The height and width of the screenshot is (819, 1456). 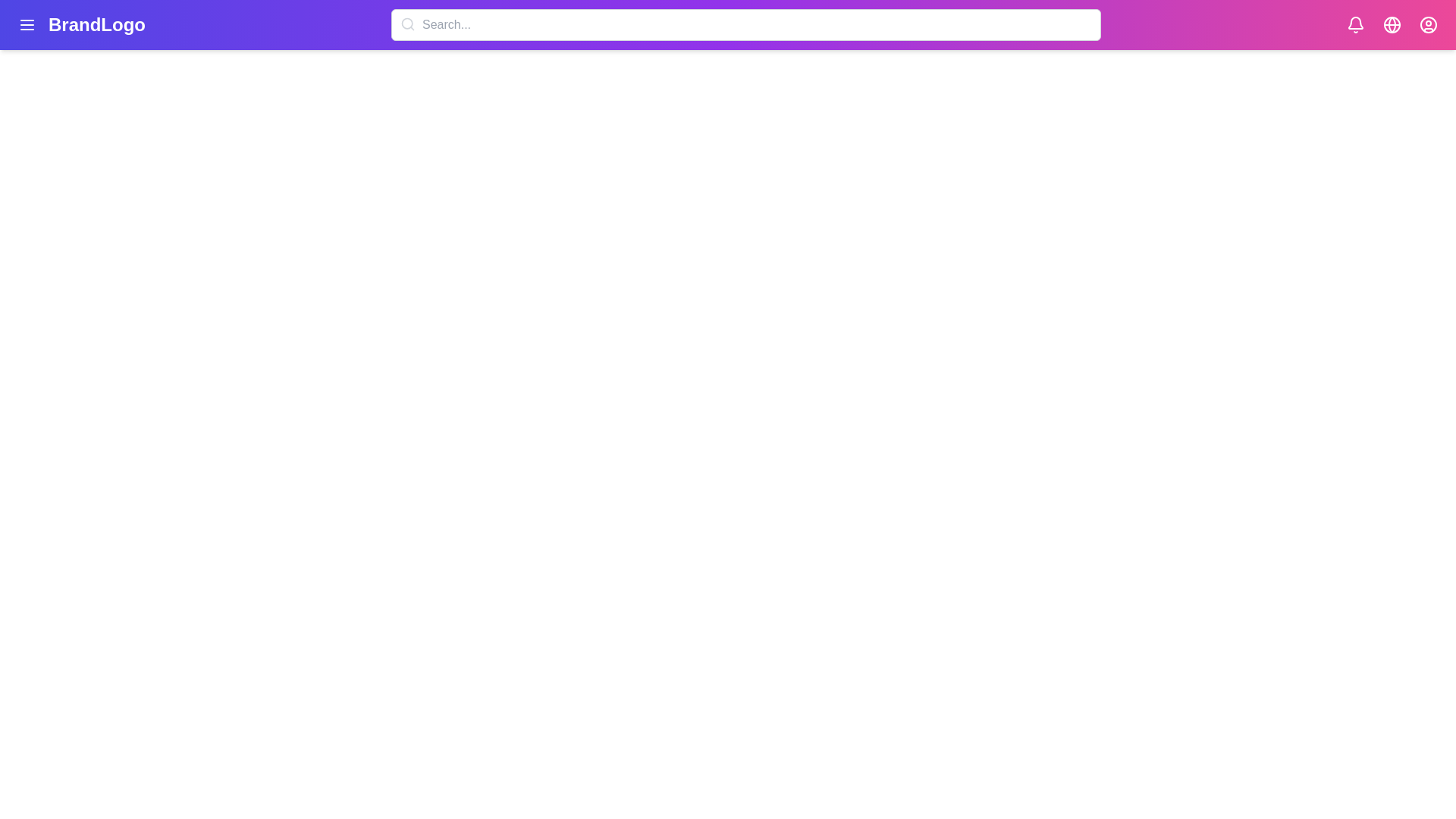 What do you see at coordinates (1354, 23) in the screenshot?
I see `the Notification icon, which is a bell-shaped icon located` at bounding box center [1354, 23].